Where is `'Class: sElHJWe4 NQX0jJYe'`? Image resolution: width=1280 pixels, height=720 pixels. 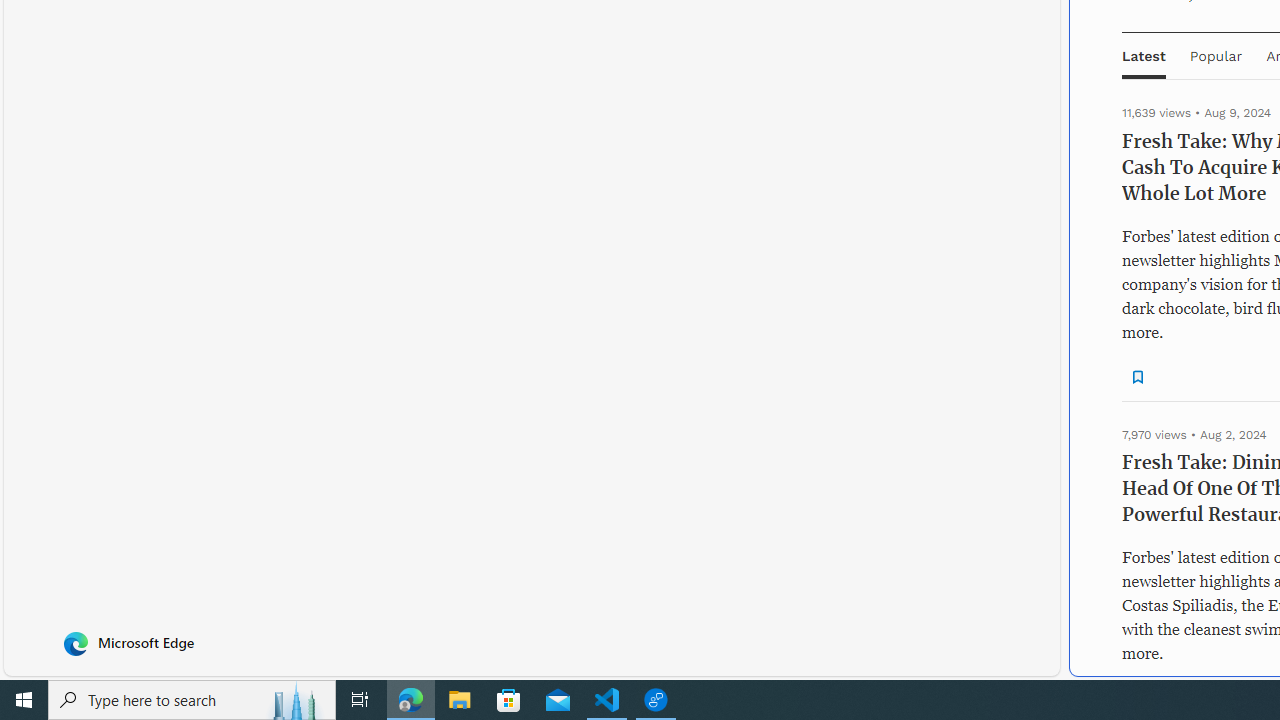
'Class: sElHJWe4 NQX0jJYe' is located at coordinates (1138, 376).